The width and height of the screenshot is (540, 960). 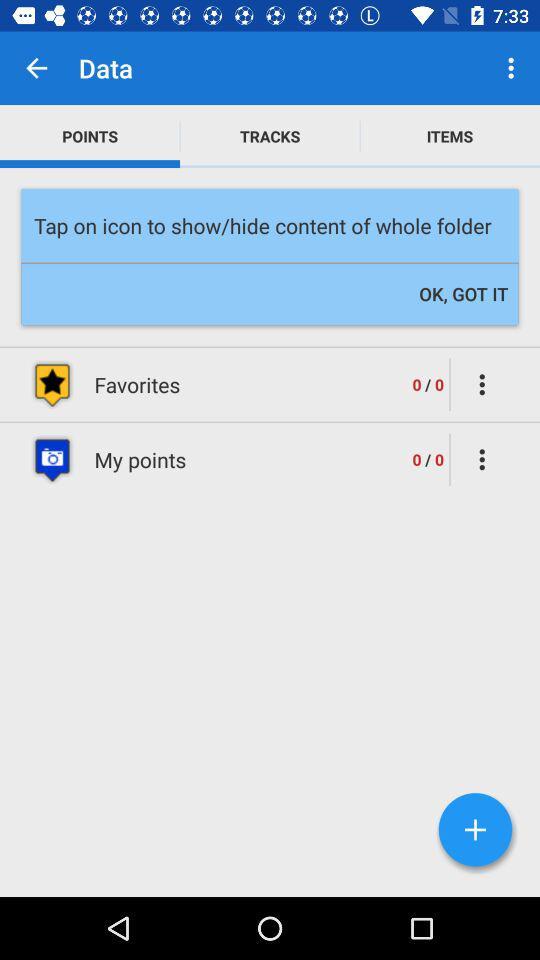 What do you see at coordinates (270, 135) in the screenshot?
I see `item to the right of points` at bounding box center [270, 135].